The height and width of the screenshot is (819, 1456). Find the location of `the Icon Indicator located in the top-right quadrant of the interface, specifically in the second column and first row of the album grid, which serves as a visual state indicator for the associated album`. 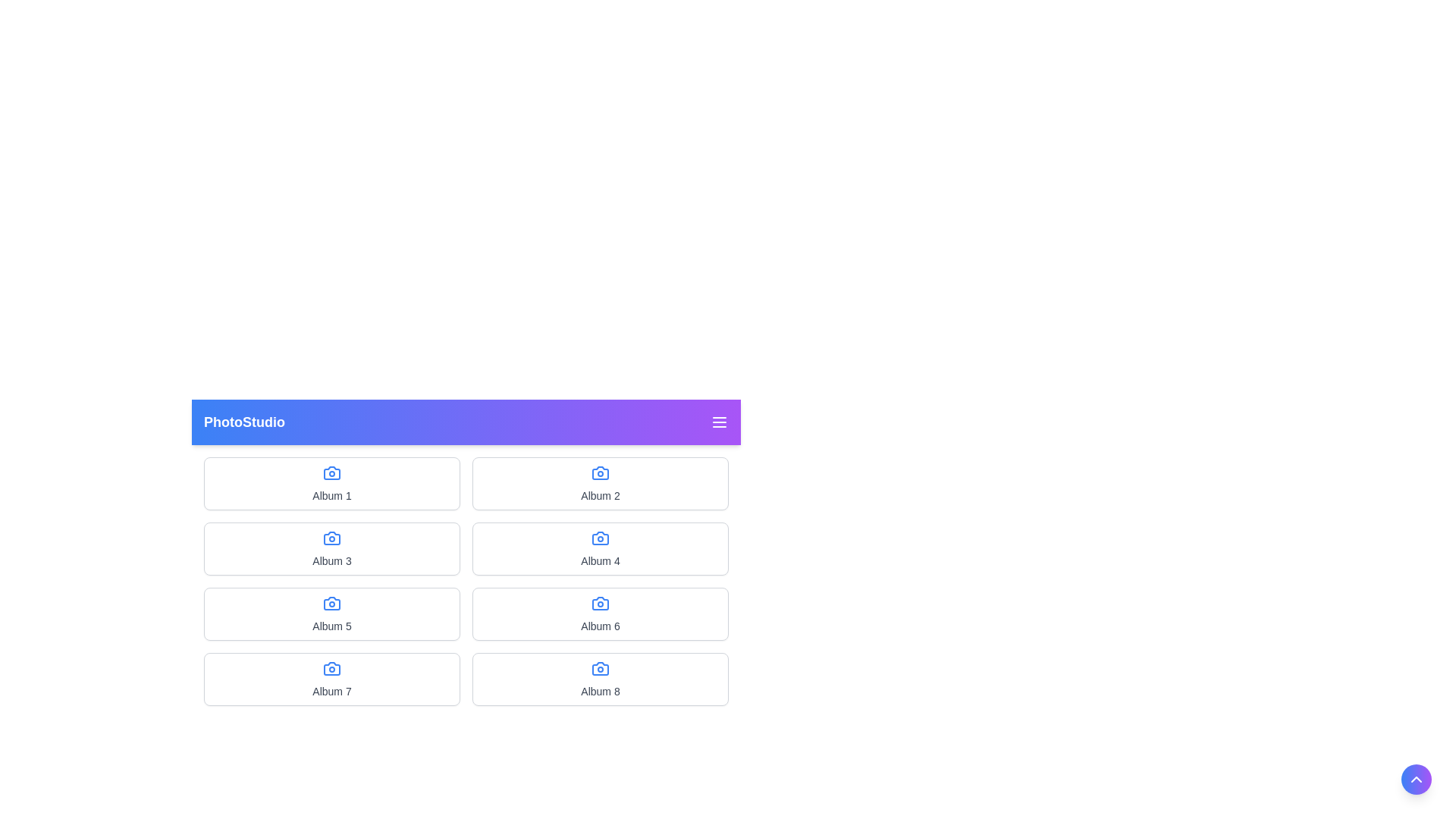

the Icon Indicator located in the top-right quadrant of the interface, specifically in the second column and first row of the album grid, which serves as a visual state indicator for the associated album is located at coordinates (600, 472).